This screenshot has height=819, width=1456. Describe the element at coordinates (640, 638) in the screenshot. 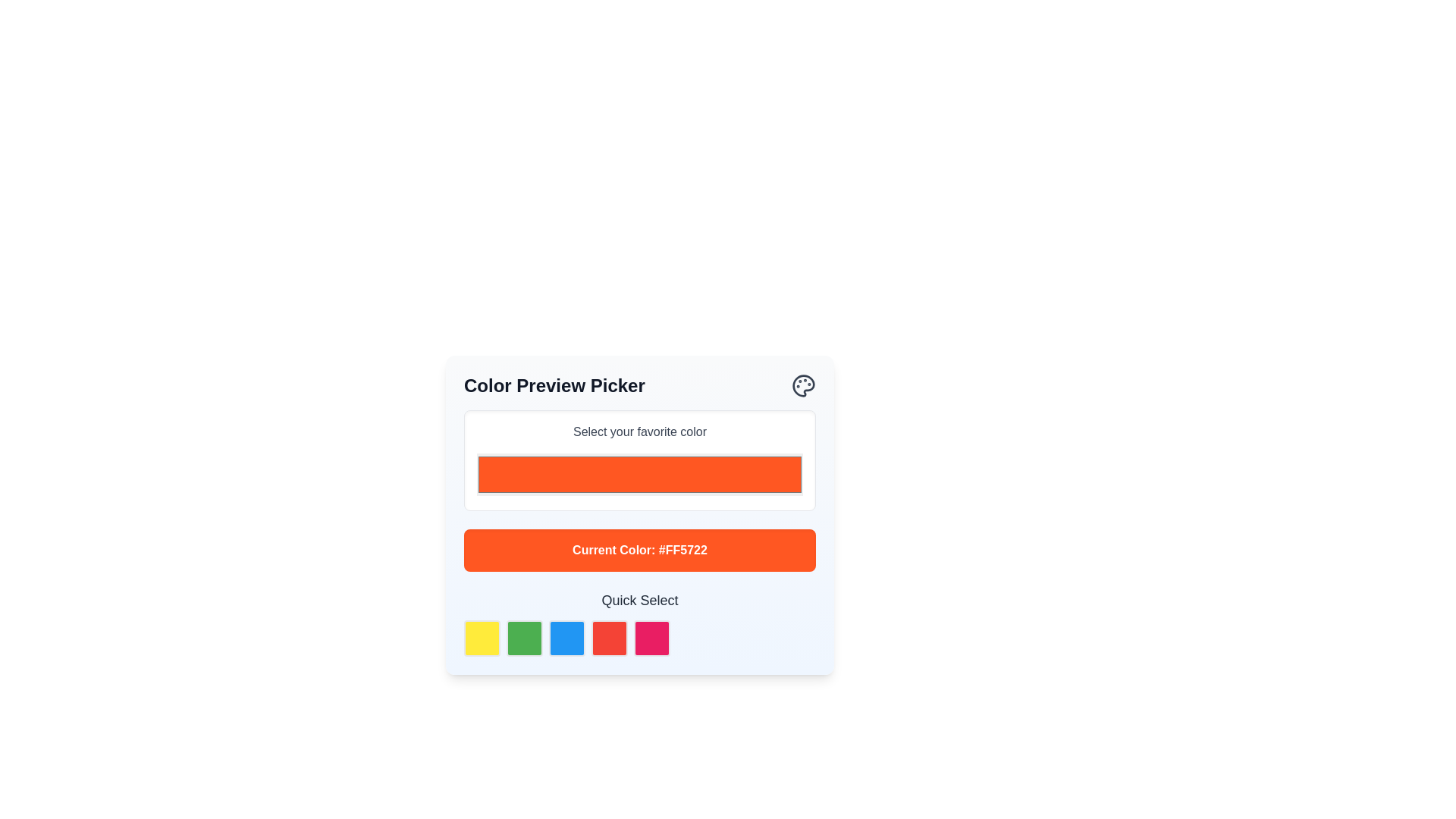

I see `the pink color selection button, which is the fifth square from the left` at that location.